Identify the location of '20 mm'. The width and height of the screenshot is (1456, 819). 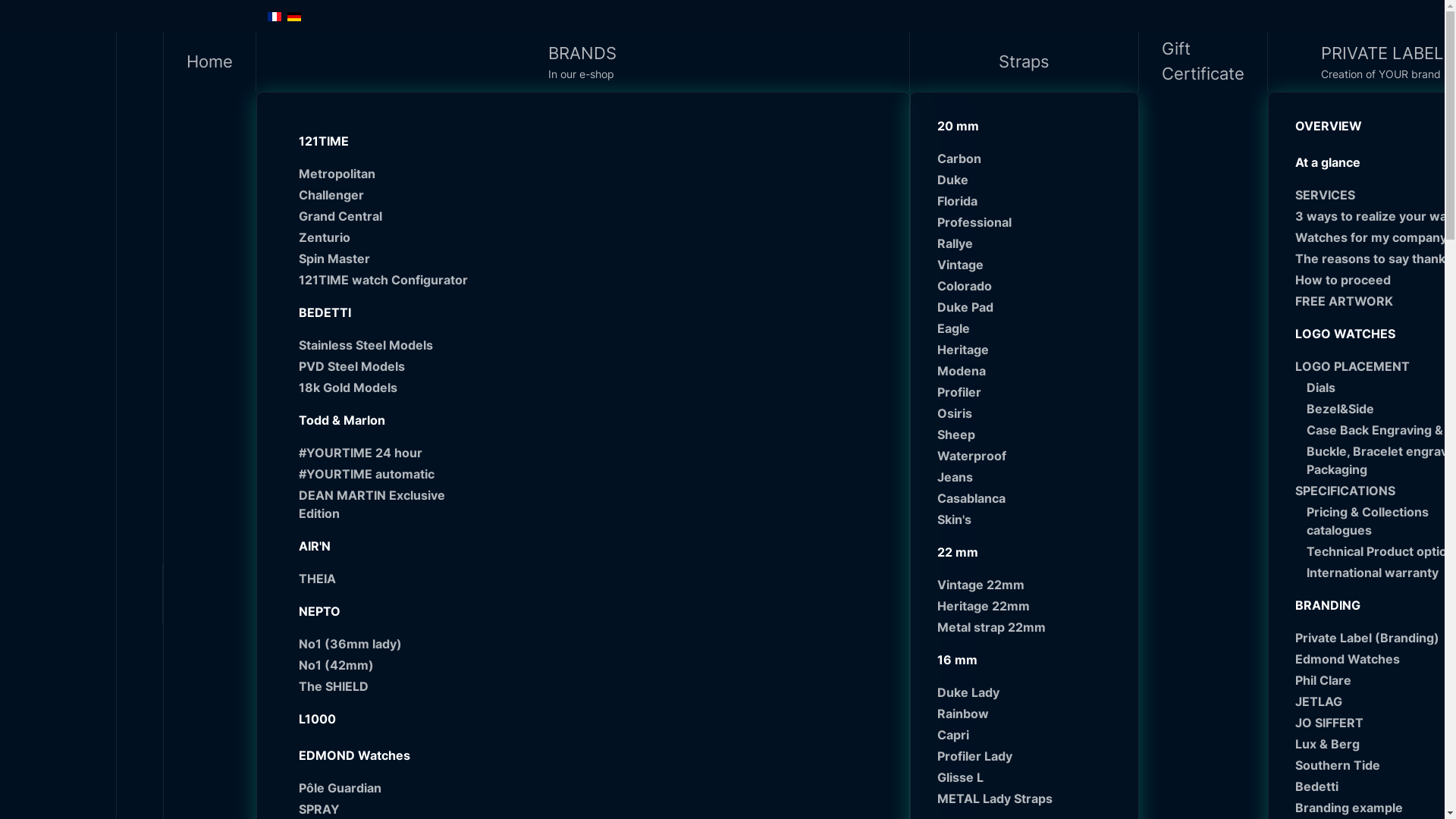
(1023, 124).